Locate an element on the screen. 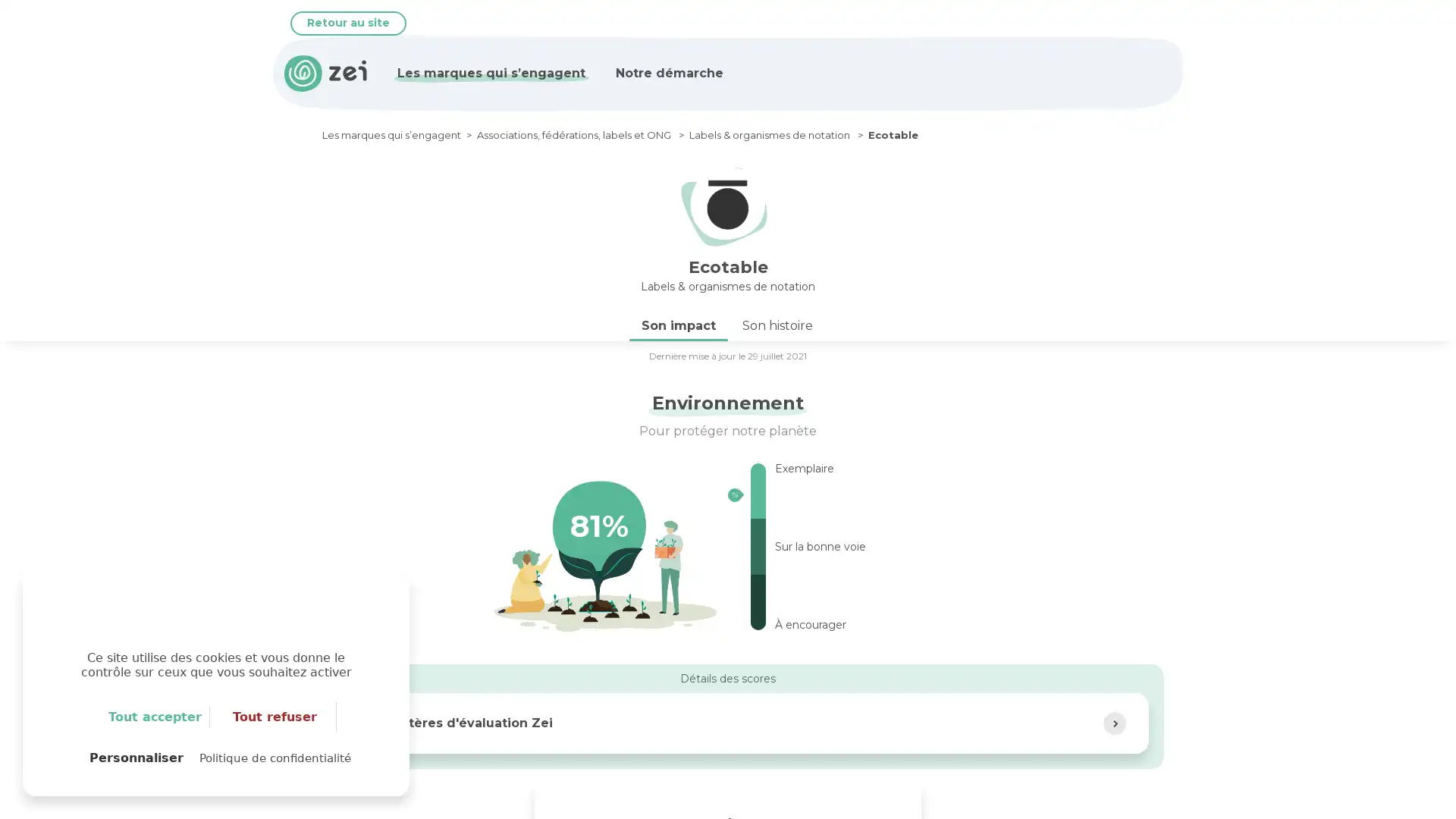 The height and width of the screenshot is (819, 1456). Tout refuser is located at coordinates (275, 717).